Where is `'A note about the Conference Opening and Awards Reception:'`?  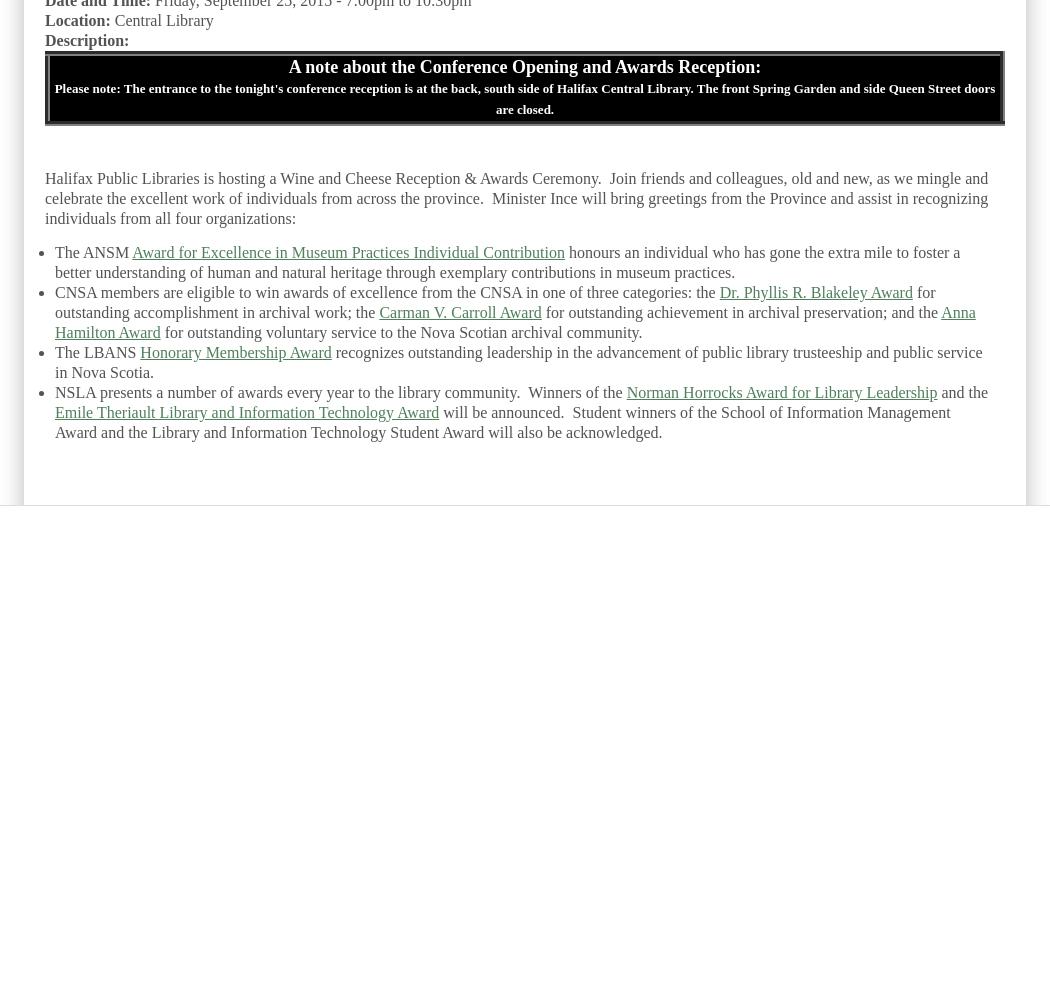 'A note about the Conference Opening and Awards Reception:' is located at coordinates (523, 66).